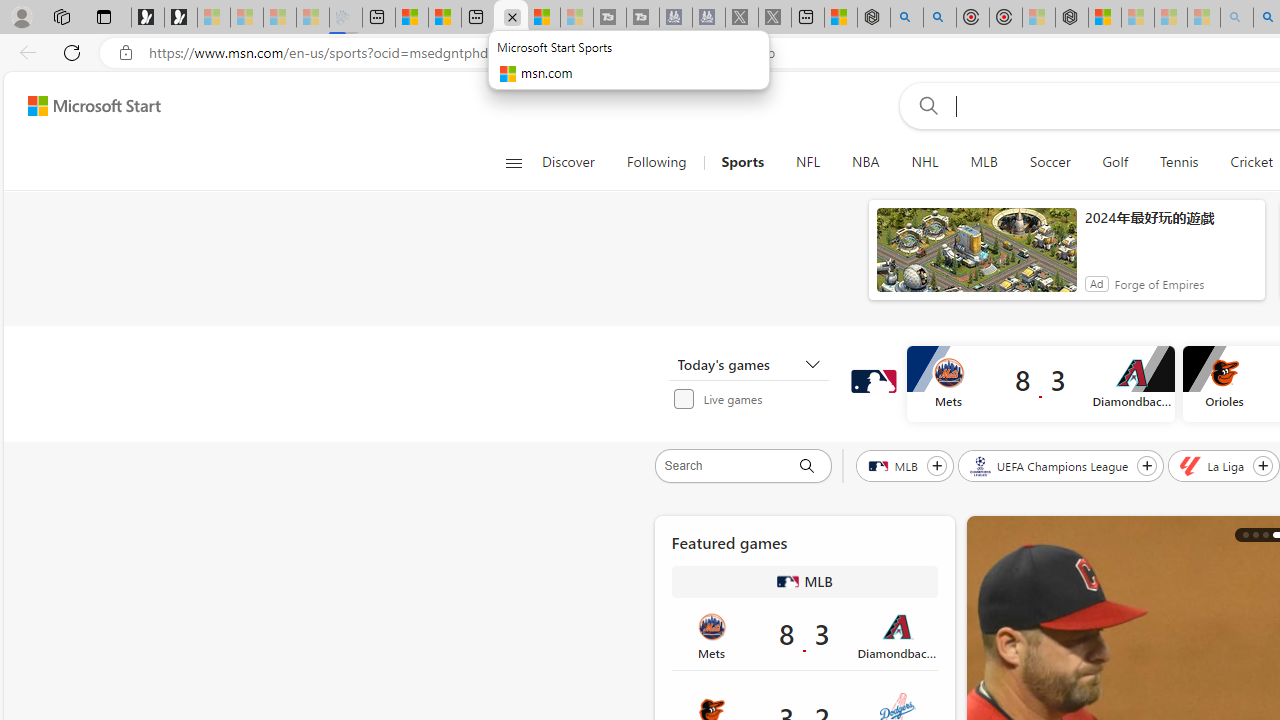  Describe the element at coordinates (866, 162) in the screenshot. I see `'NBA'` at that location.